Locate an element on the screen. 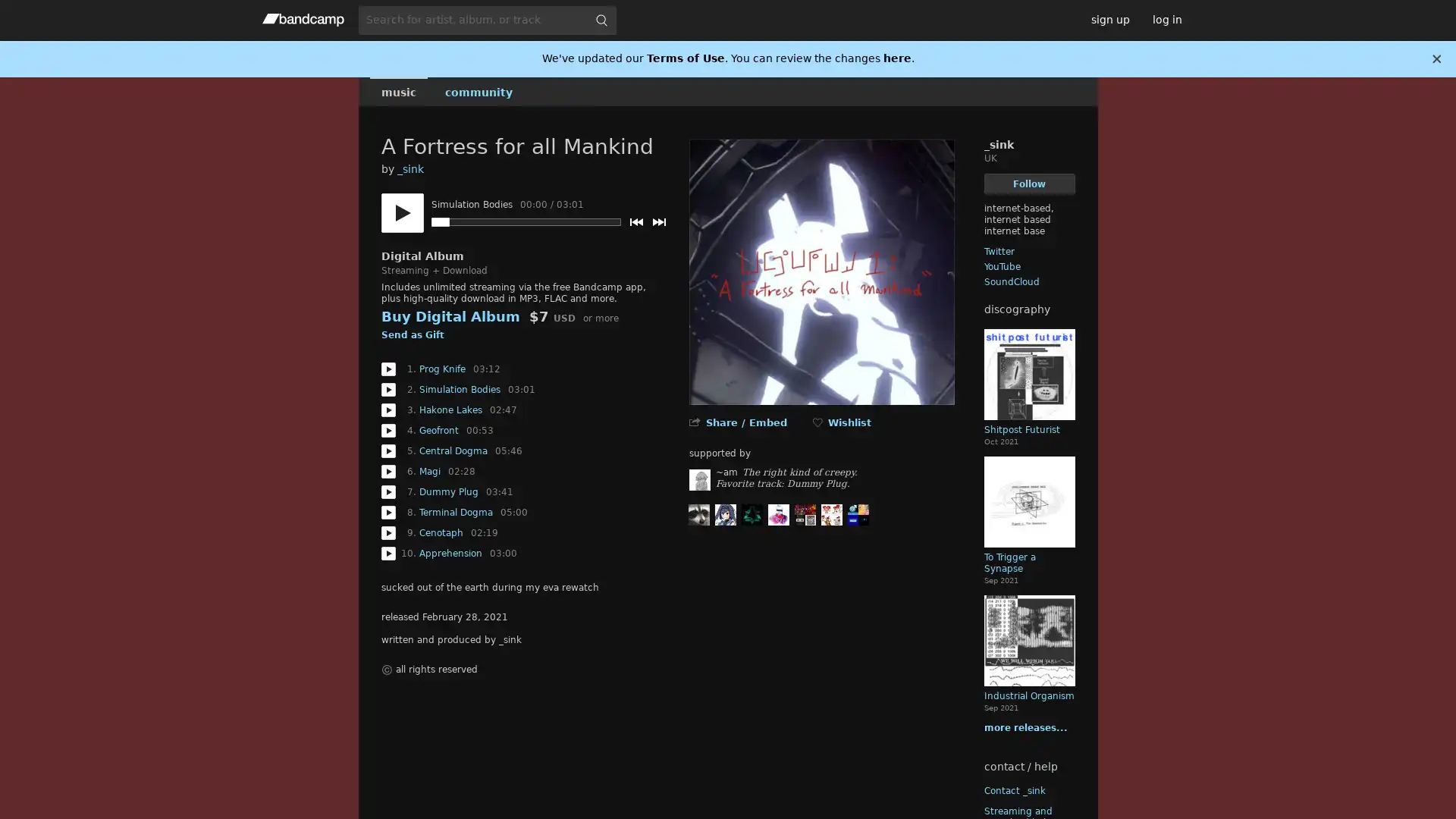  Play Prog Knife is located at coordinates (388, 369).